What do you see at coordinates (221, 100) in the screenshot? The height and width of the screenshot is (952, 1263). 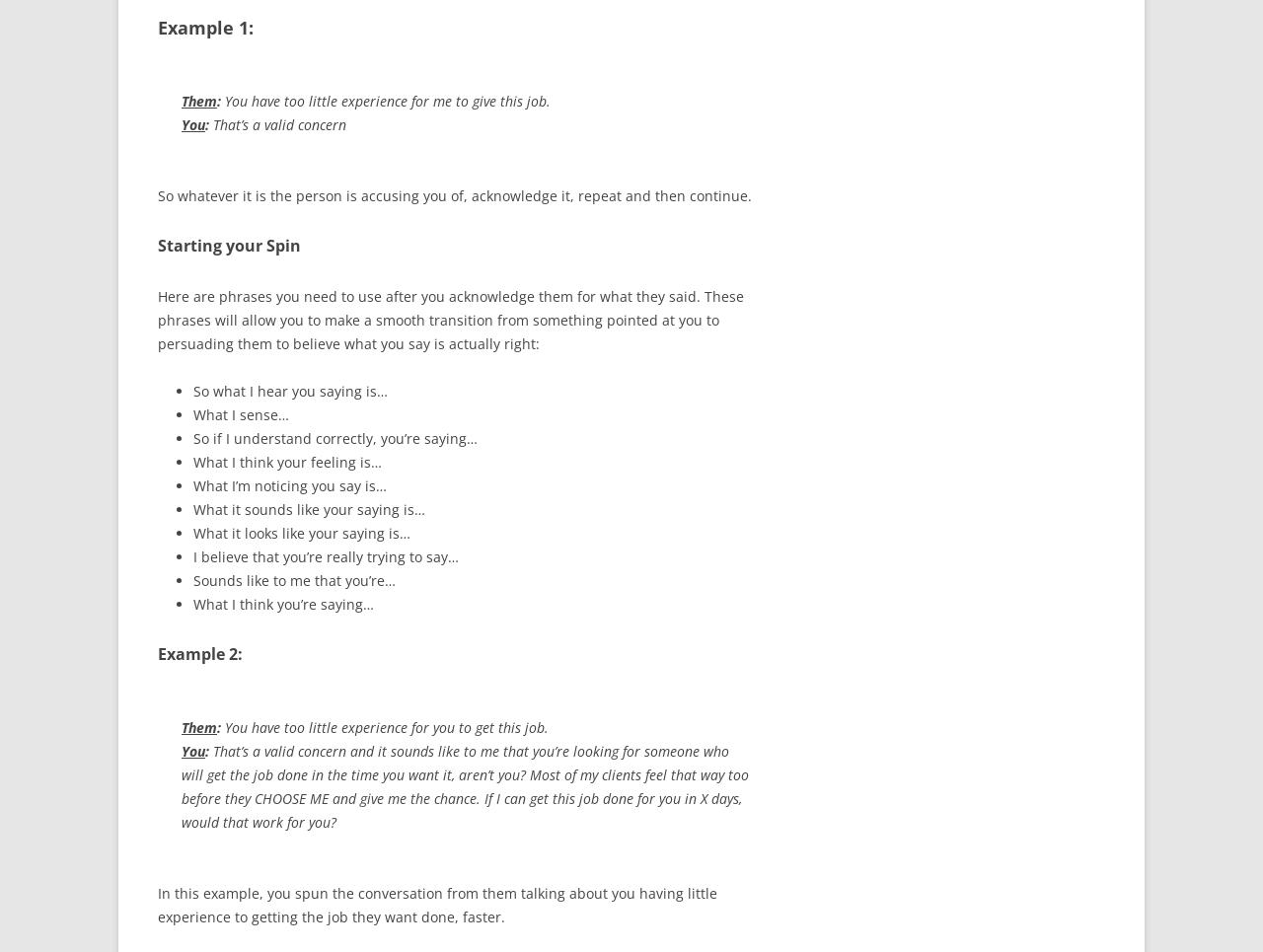 I see `'You have too little experience for me to give this job.'` at bounding box center [221, 100].